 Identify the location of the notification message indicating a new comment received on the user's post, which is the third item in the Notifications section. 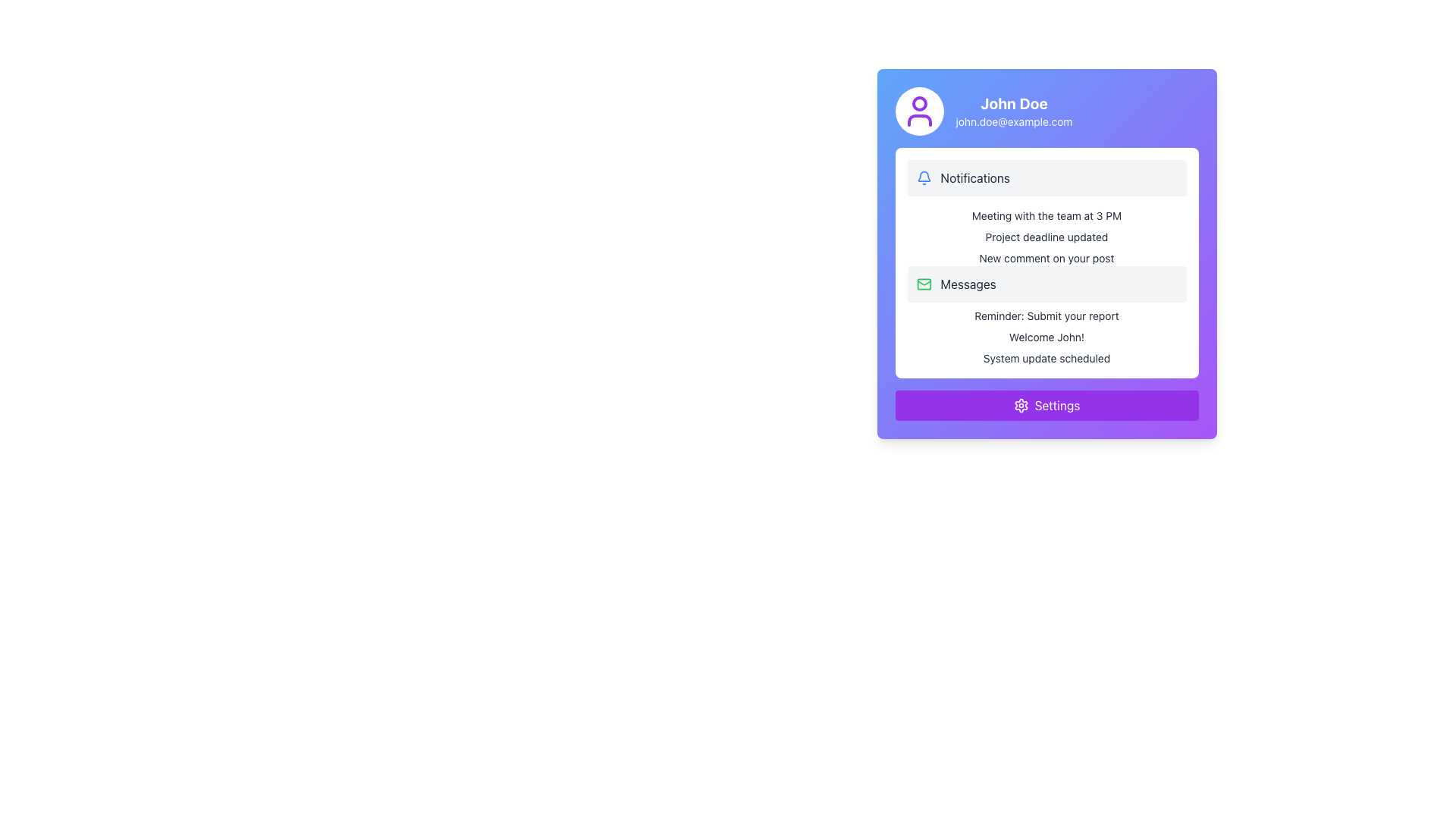
(1046, 257).